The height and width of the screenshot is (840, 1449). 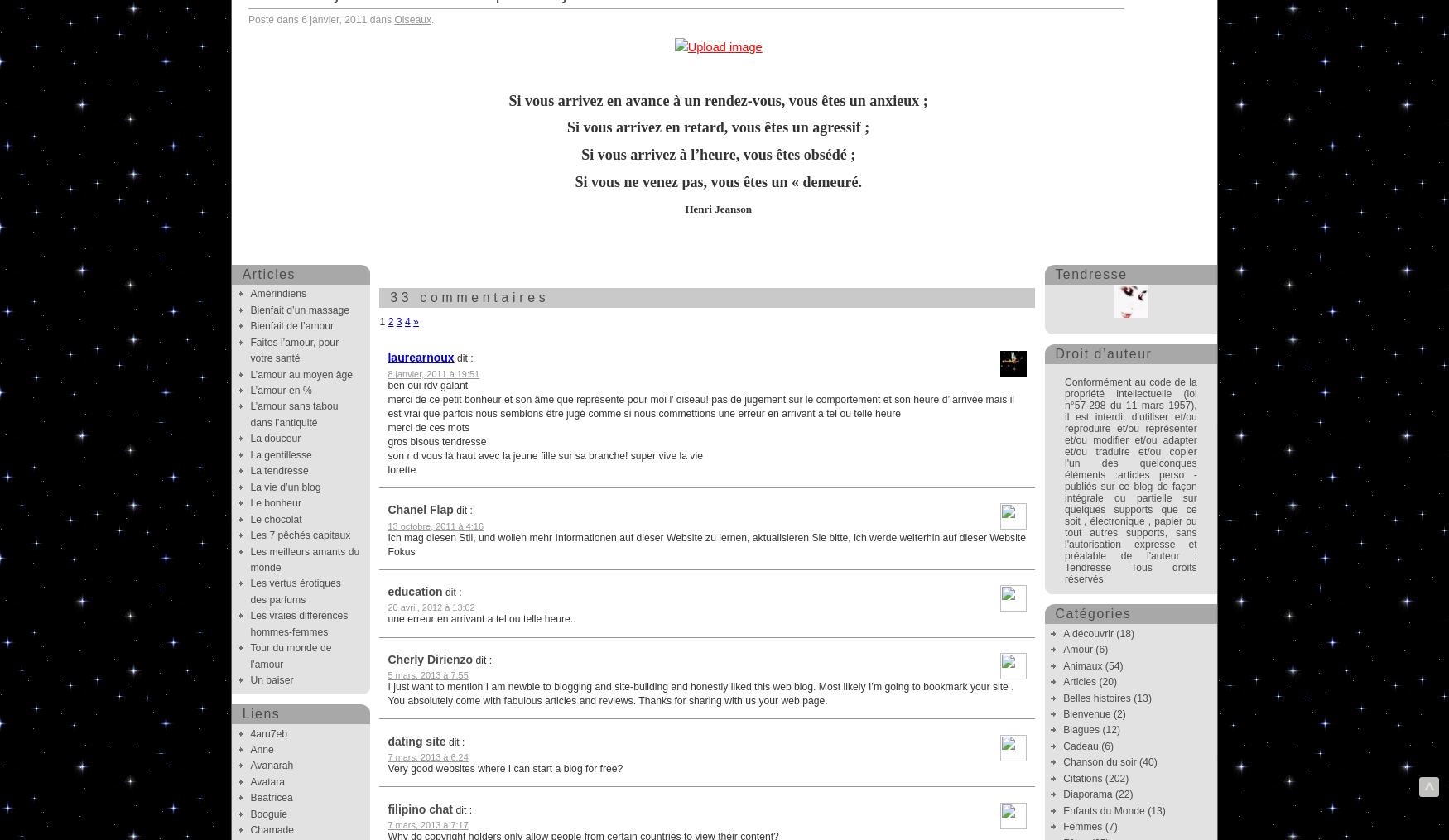 What do you see at coordinates (1076, 649) in the screenshot?
I see `'Amour'` at bounding box center [1076, 649].